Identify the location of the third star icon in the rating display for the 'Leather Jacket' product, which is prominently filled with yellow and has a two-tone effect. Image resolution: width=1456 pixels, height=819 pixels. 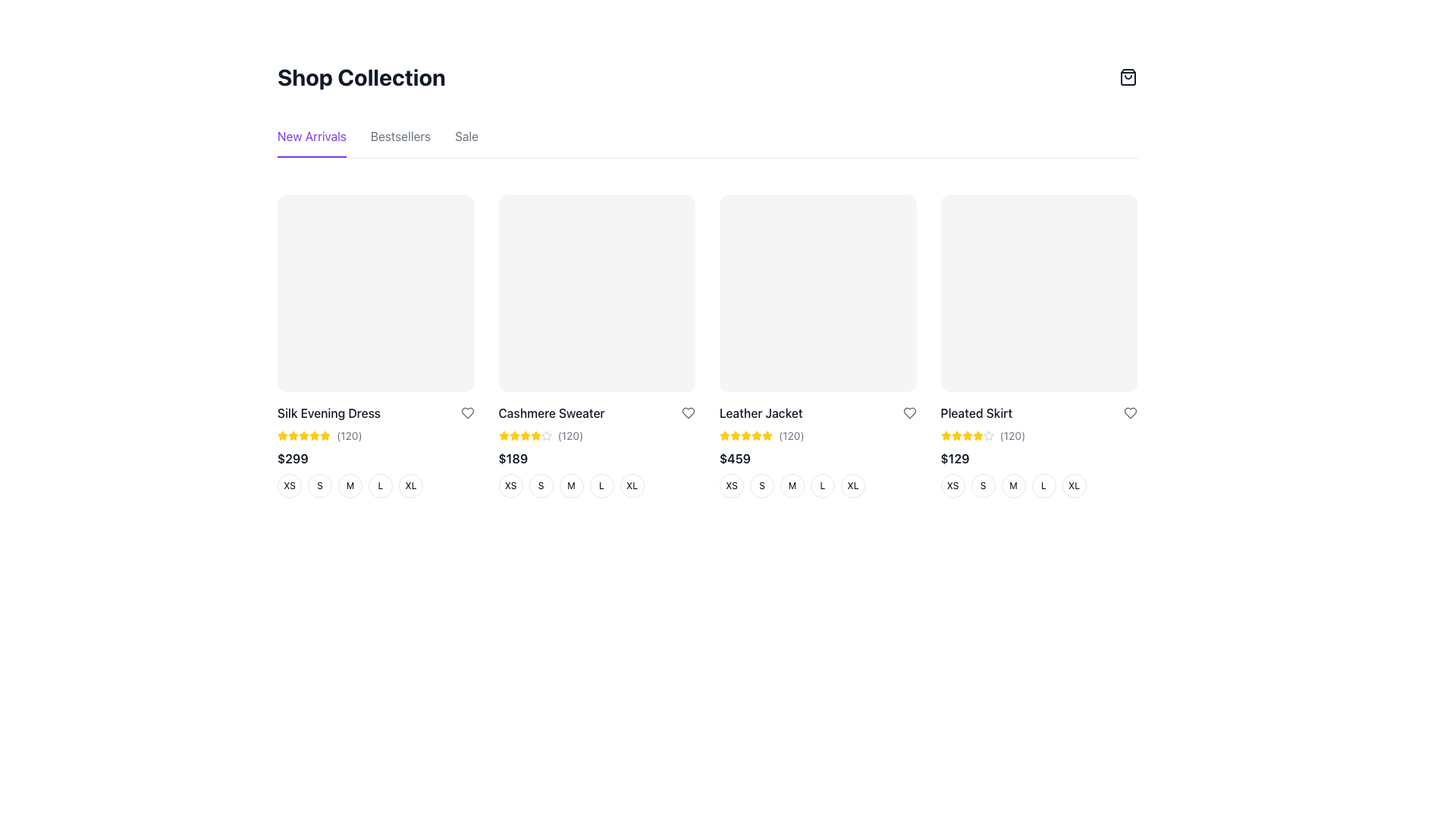
(745, 435).